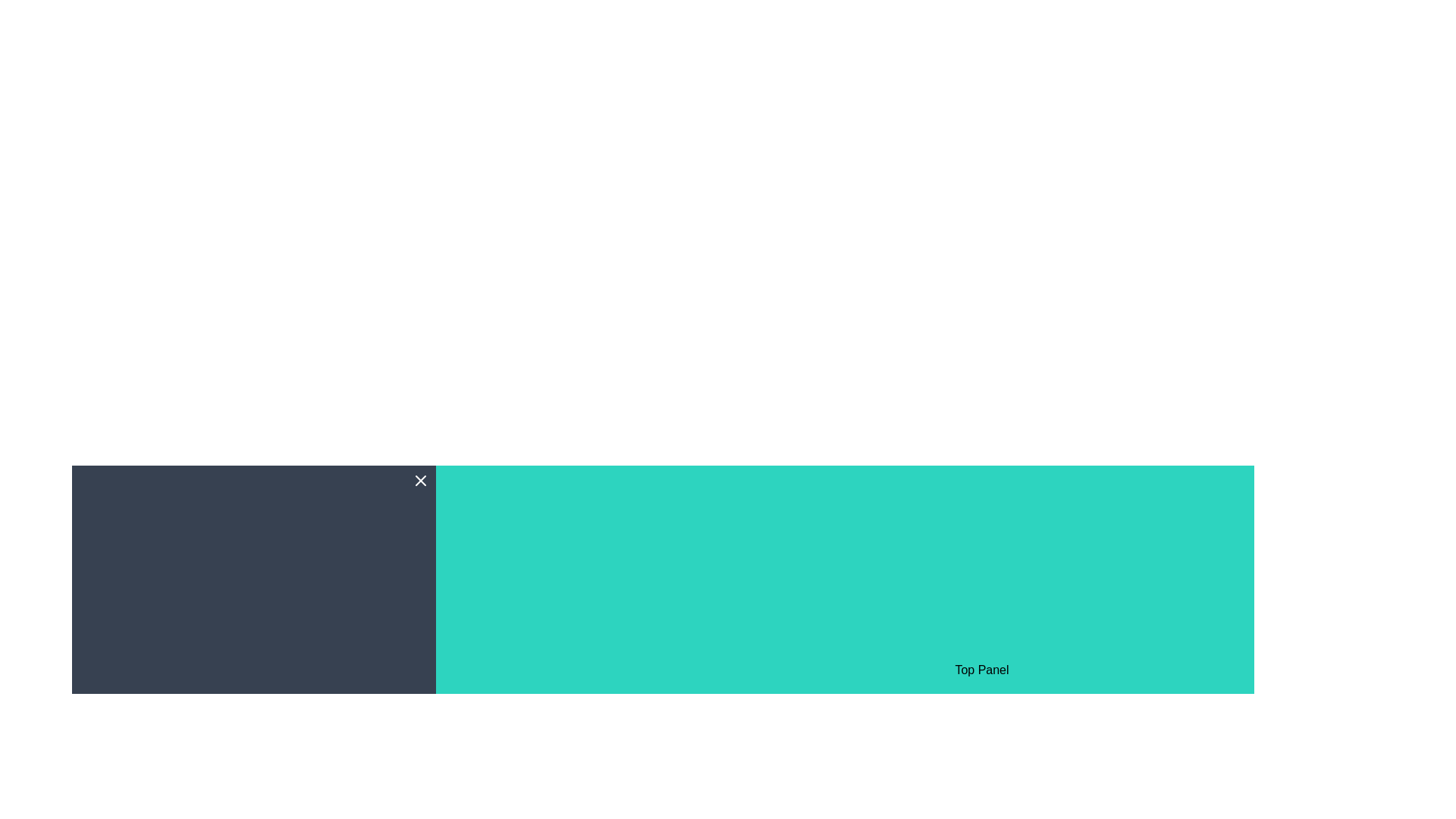  Describe the element at coordinates (421, 480) in the screenshot. I see `the close icon represented by a diagonal cross symbol located near the top-right corner of the dark rectangular section` at that location.